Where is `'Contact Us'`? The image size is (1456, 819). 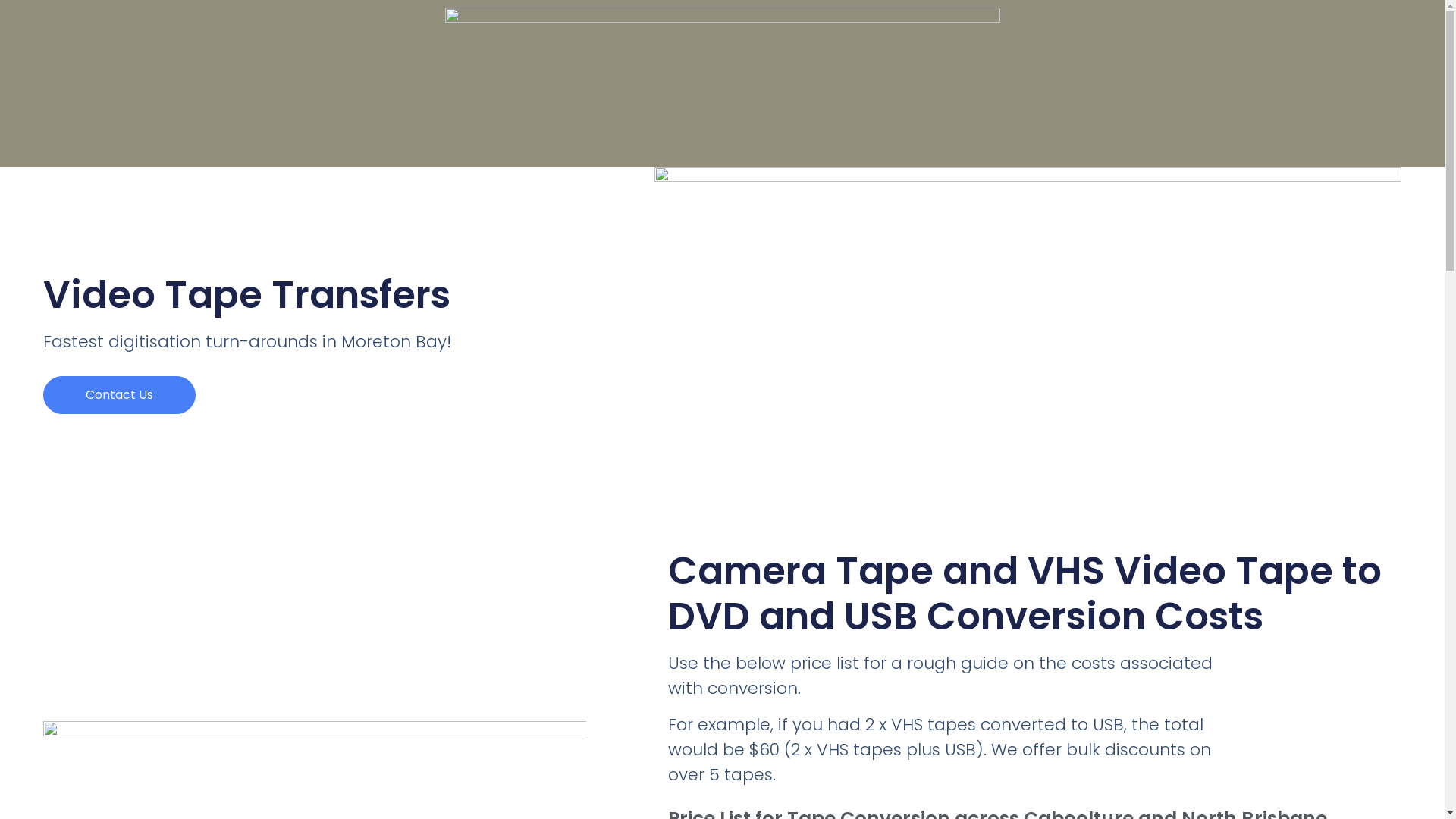
'Contact Us' is located at coordinates (43, 394).